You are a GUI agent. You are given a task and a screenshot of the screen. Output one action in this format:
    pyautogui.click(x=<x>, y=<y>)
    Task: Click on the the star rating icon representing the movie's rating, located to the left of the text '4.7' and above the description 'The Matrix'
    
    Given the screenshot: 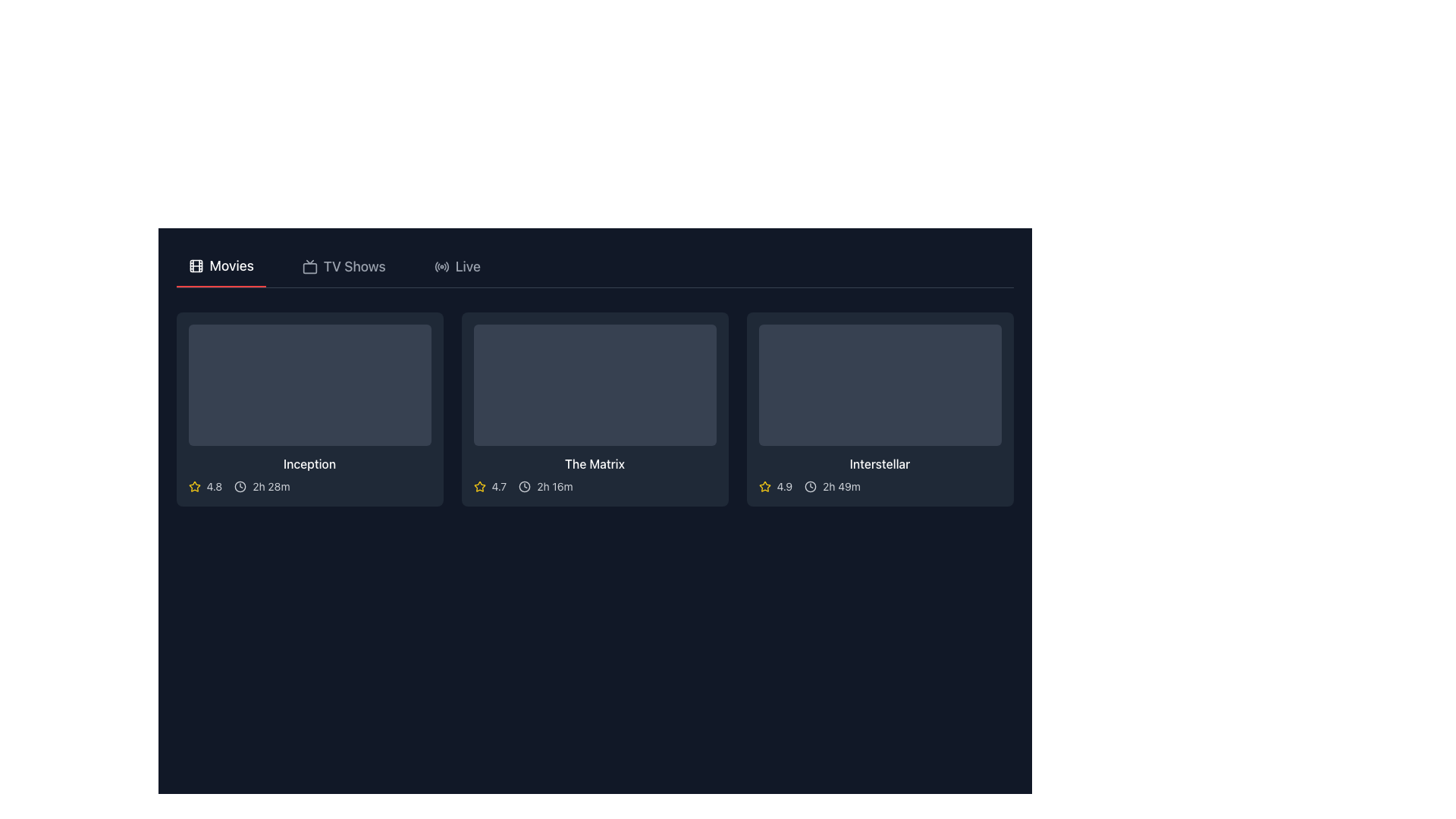 What is the action you would take?
    pyautogui.click(x=479, y=486)
    